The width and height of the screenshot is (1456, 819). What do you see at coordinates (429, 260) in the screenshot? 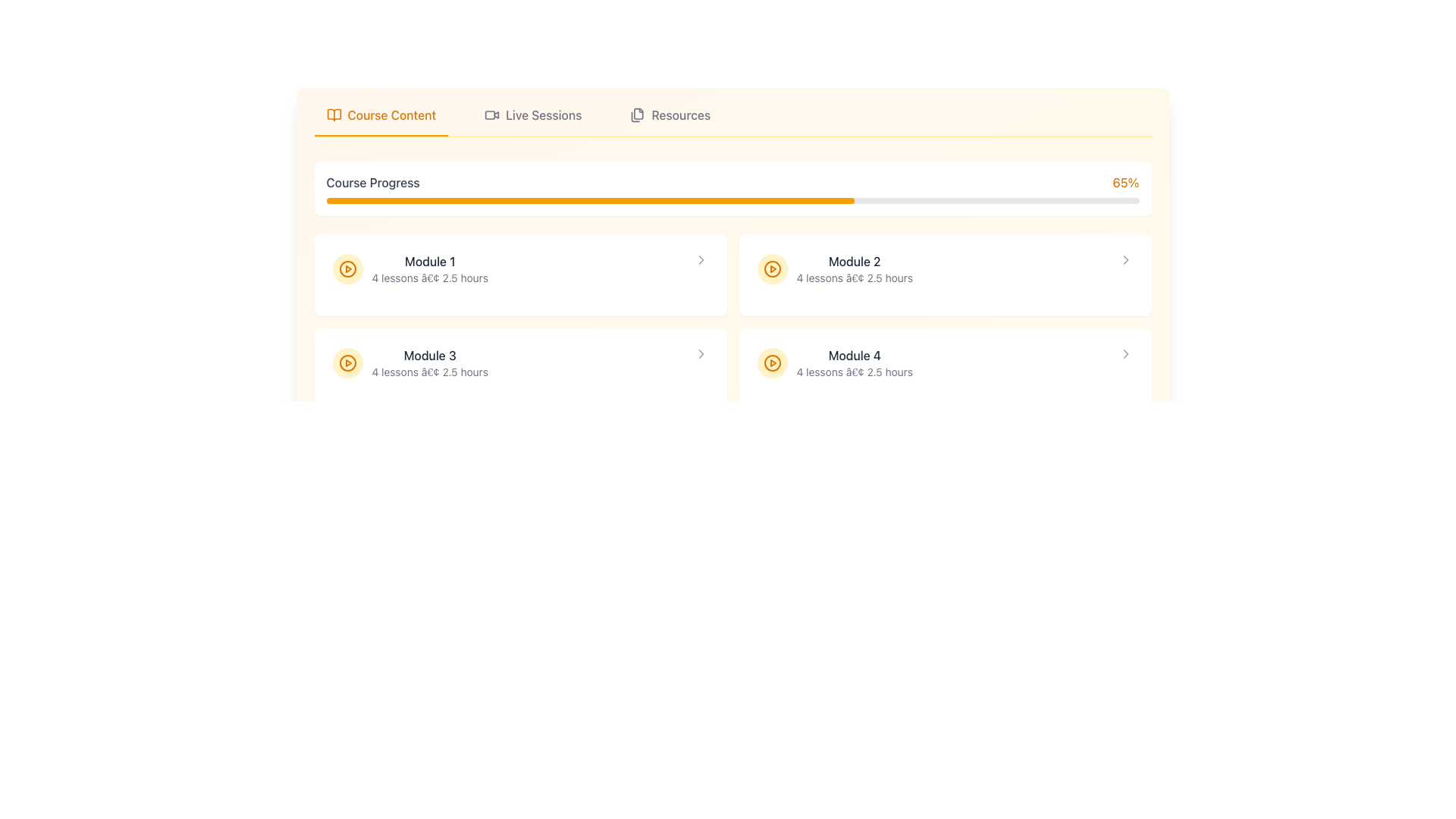
I see `'Module 1' text label, which is styled in a medium font weight and dark gray color, located at the center of the top-left module card in the grid of lesson modules` at bounding box center [429, 260].